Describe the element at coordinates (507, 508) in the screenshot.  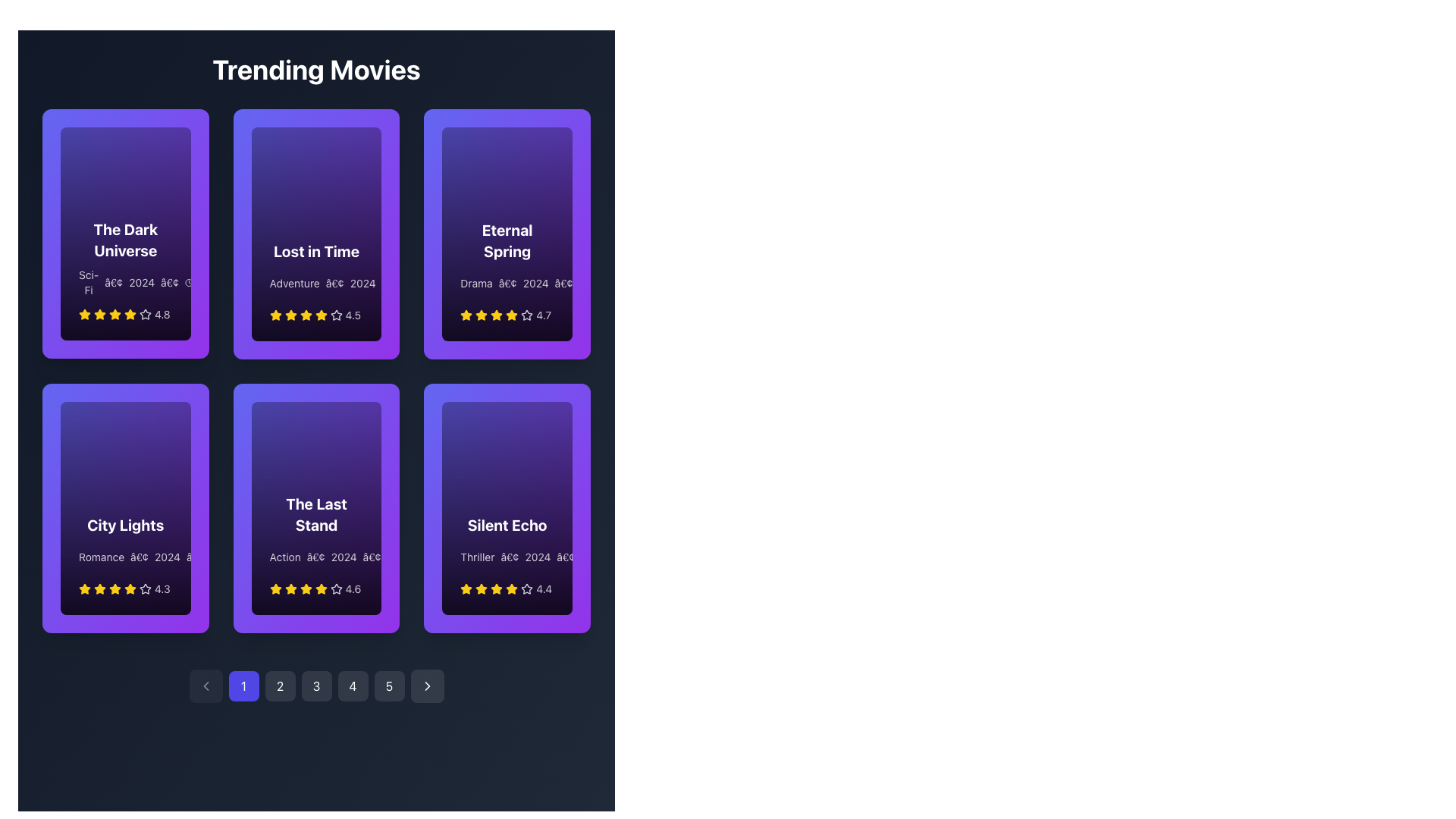
I see `the Card component displaying 'Silent Echo' with a gradient background, located at the bottom-right of the 'Trending Movies' grid` at that location.